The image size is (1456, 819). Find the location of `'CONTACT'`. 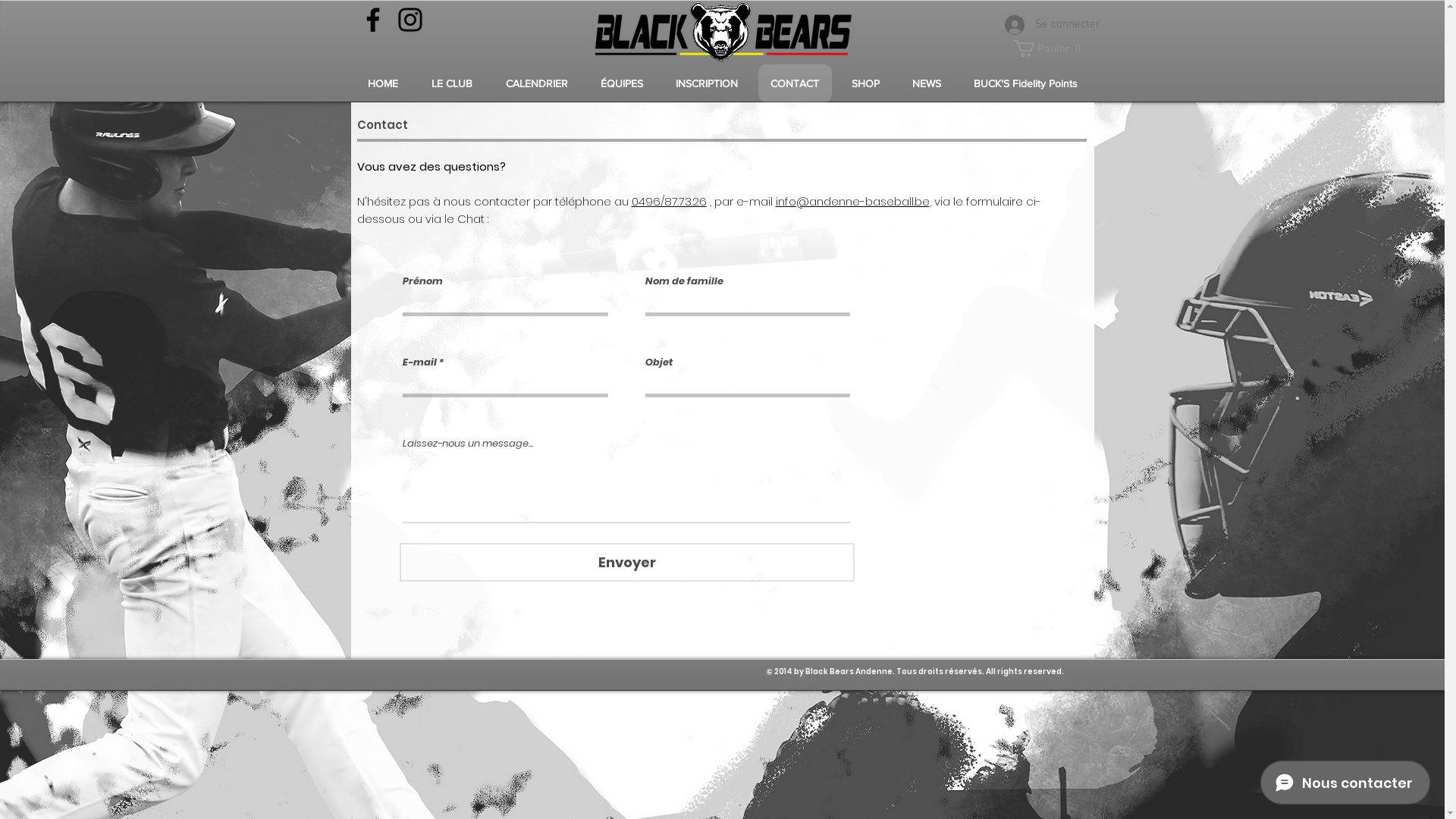

'CONTACT' is located at coordinates (794, 83).